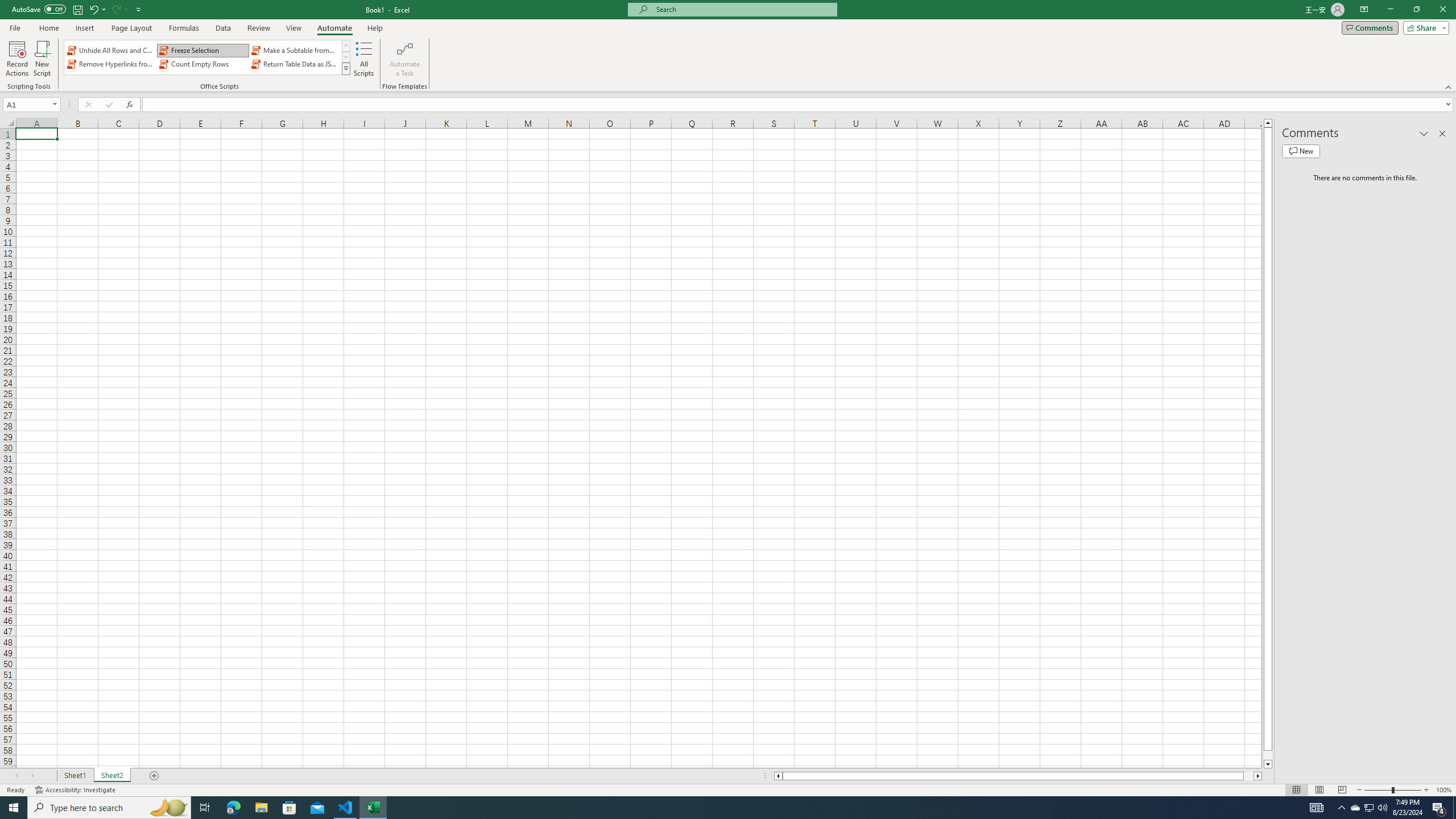 The image size is (1456, 819). I want to click on 'Remove Hyperlinks from Sheet', so click(111, 64).